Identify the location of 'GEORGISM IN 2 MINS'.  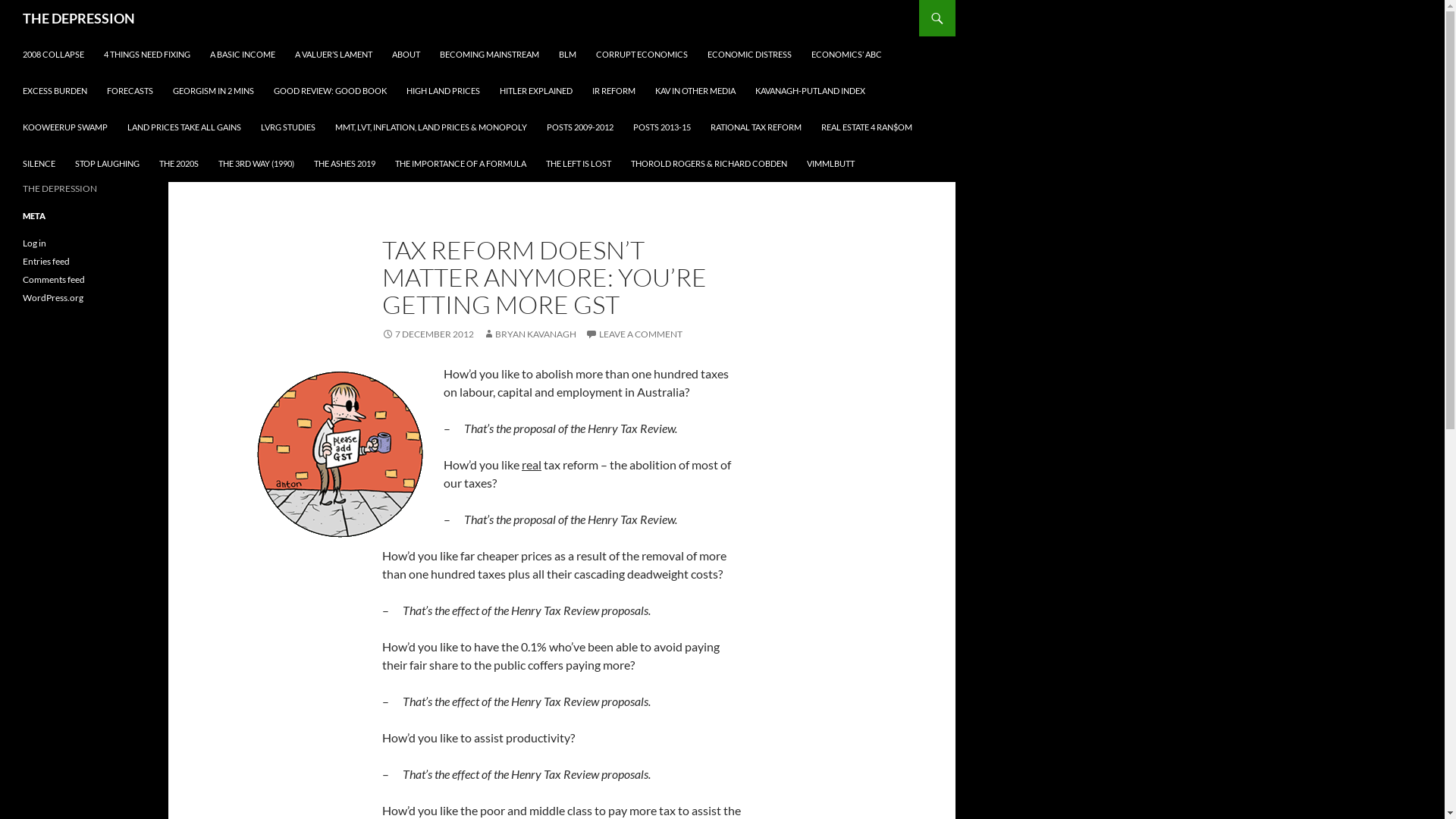
(212, 90).